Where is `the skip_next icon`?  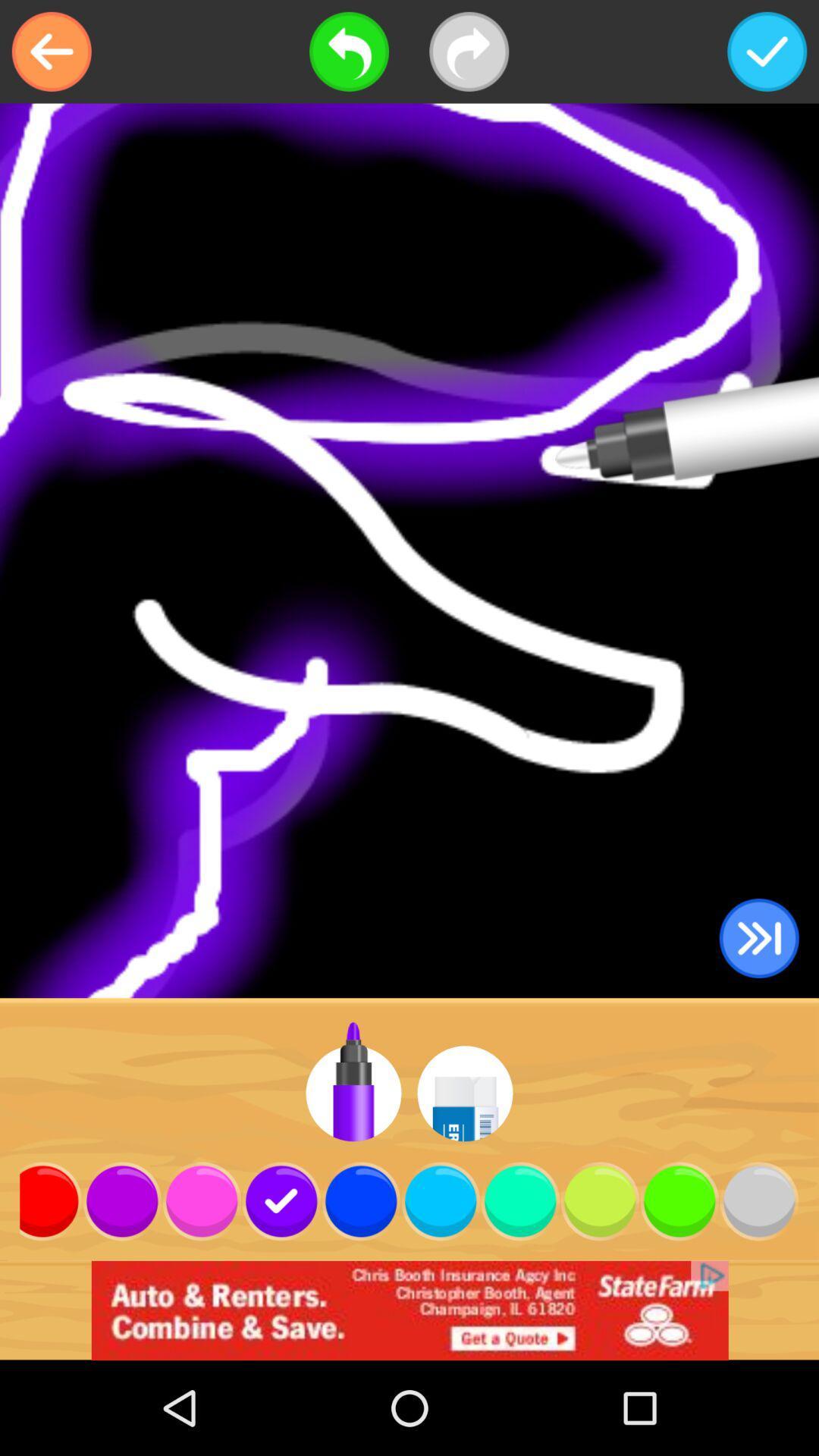 the skip_next icon is located at coordinates (759, 937).